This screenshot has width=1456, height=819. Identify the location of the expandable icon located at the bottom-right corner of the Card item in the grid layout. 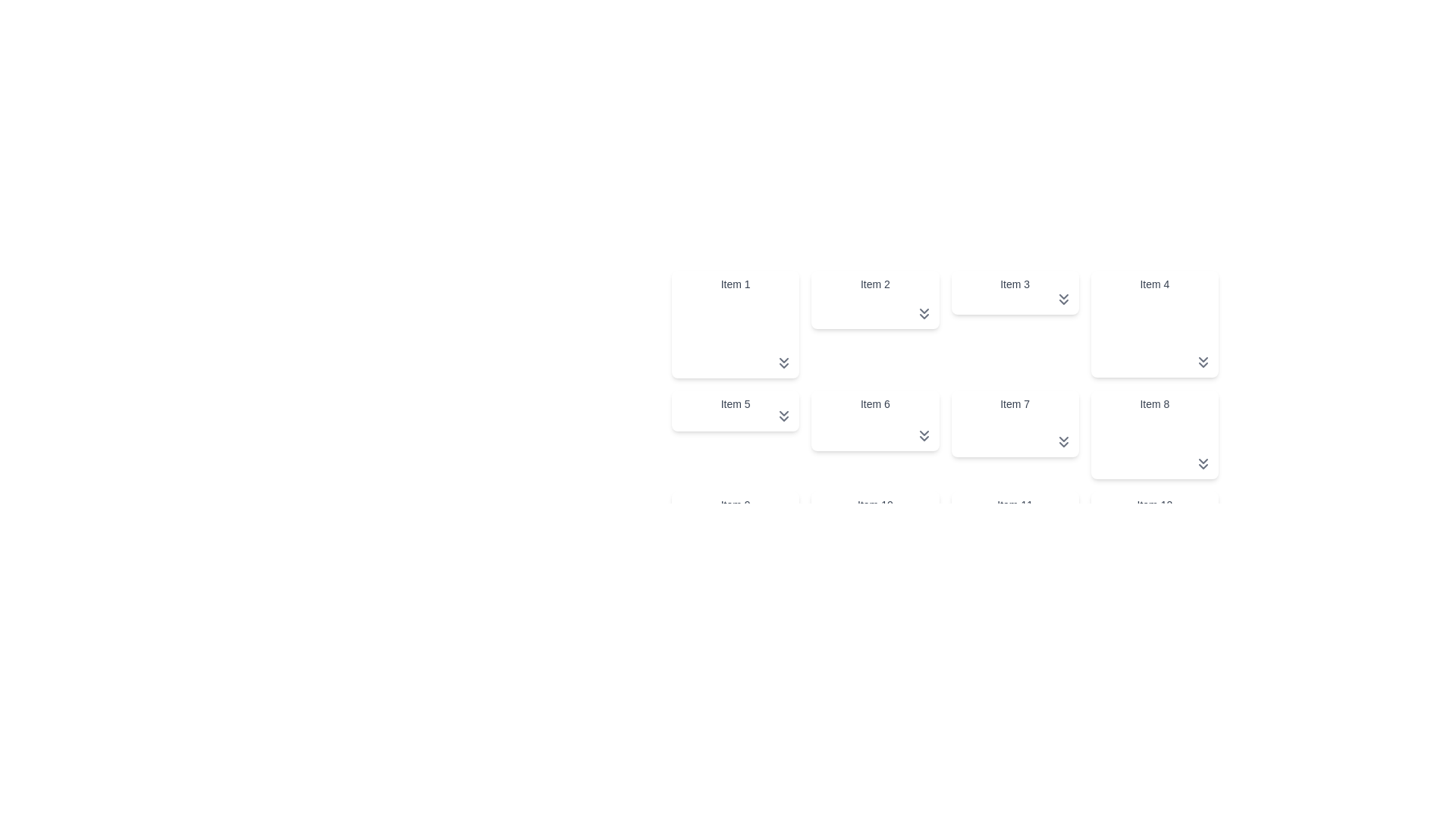
(736, 410).